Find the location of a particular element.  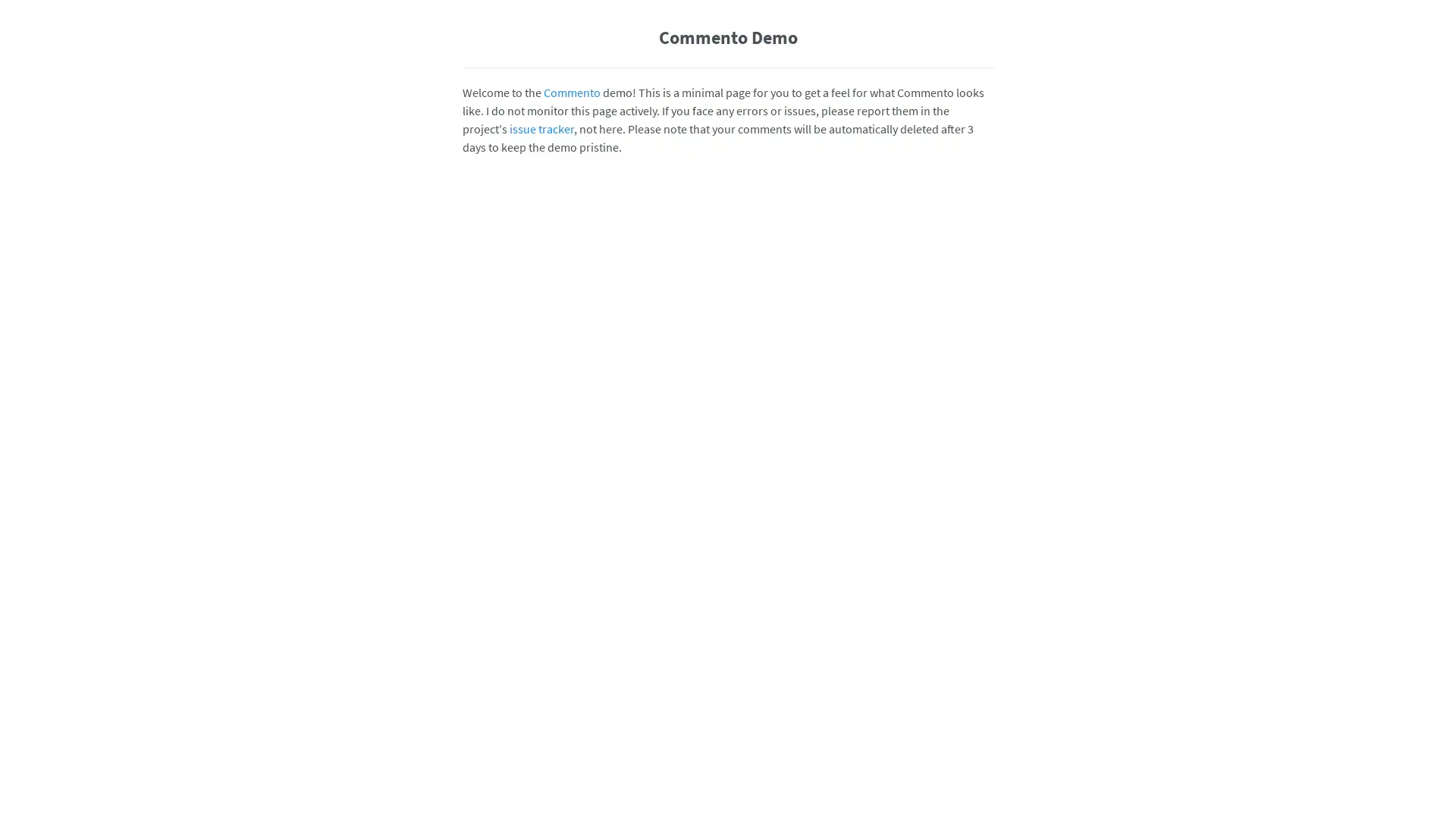

Collapse children is located at coordinates (983, 777).